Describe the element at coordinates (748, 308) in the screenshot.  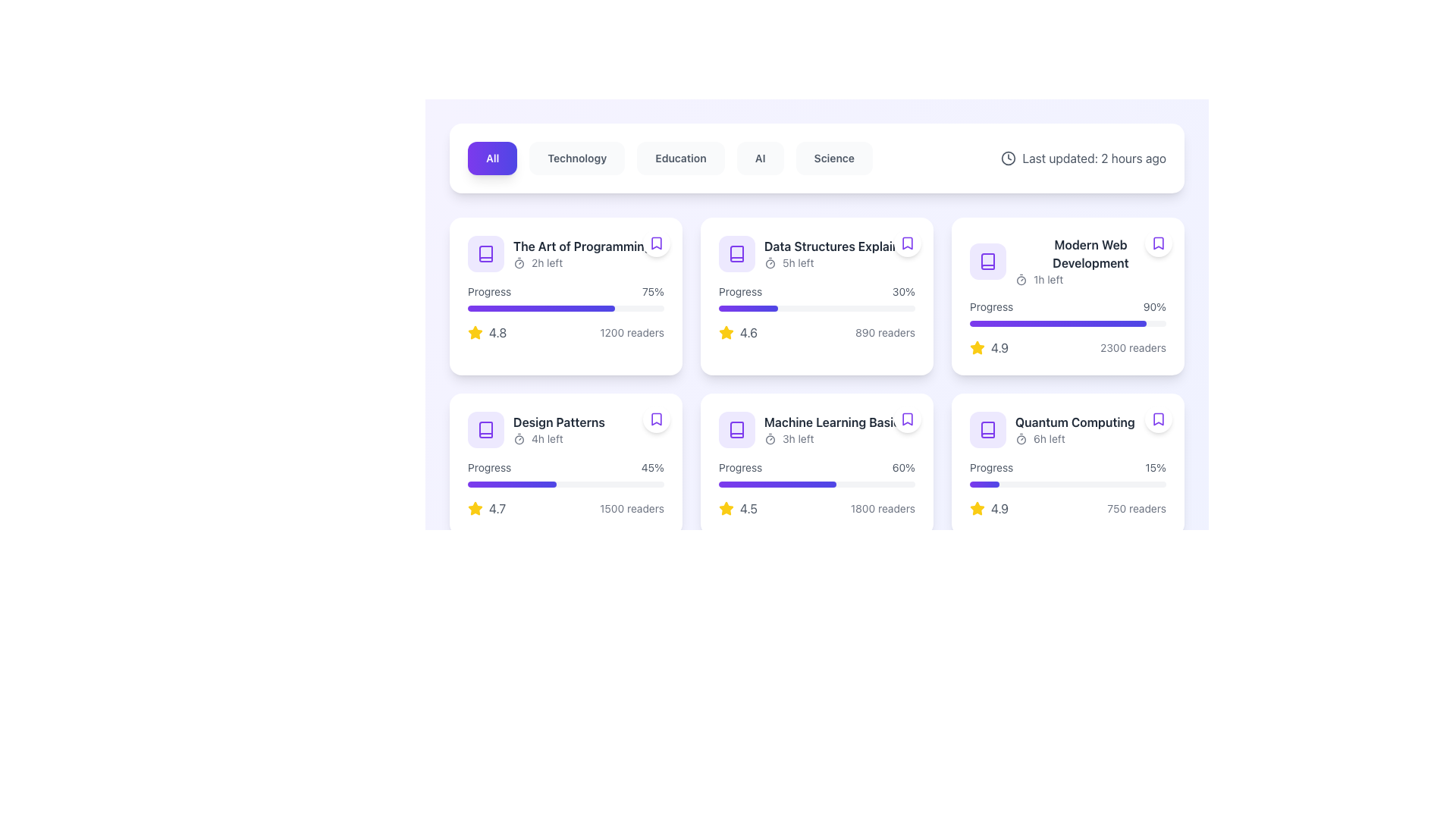
I see `the filled portion of the horizontal progress bar segment in the second card titled 'Data Structures Explained', which is a gradient-colored bar transitioning from violet to indigo` at that location.